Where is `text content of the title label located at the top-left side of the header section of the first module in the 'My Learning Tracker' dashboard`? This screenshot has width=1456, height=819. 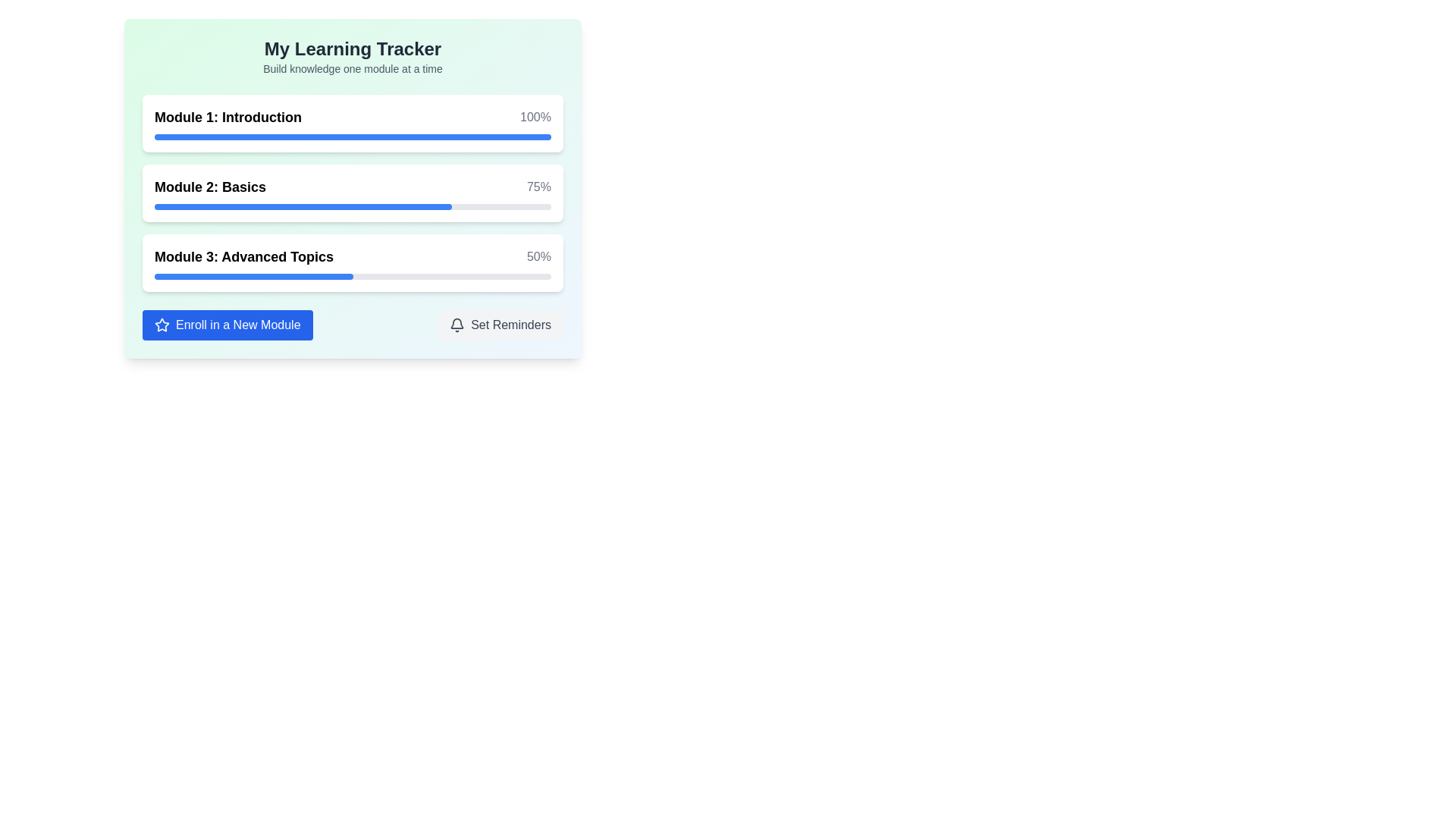 text content of the title label located at the top-left side of the header section of the first module in the 'My Learning Tracker' dashboard is located at coordinates (227, 116).